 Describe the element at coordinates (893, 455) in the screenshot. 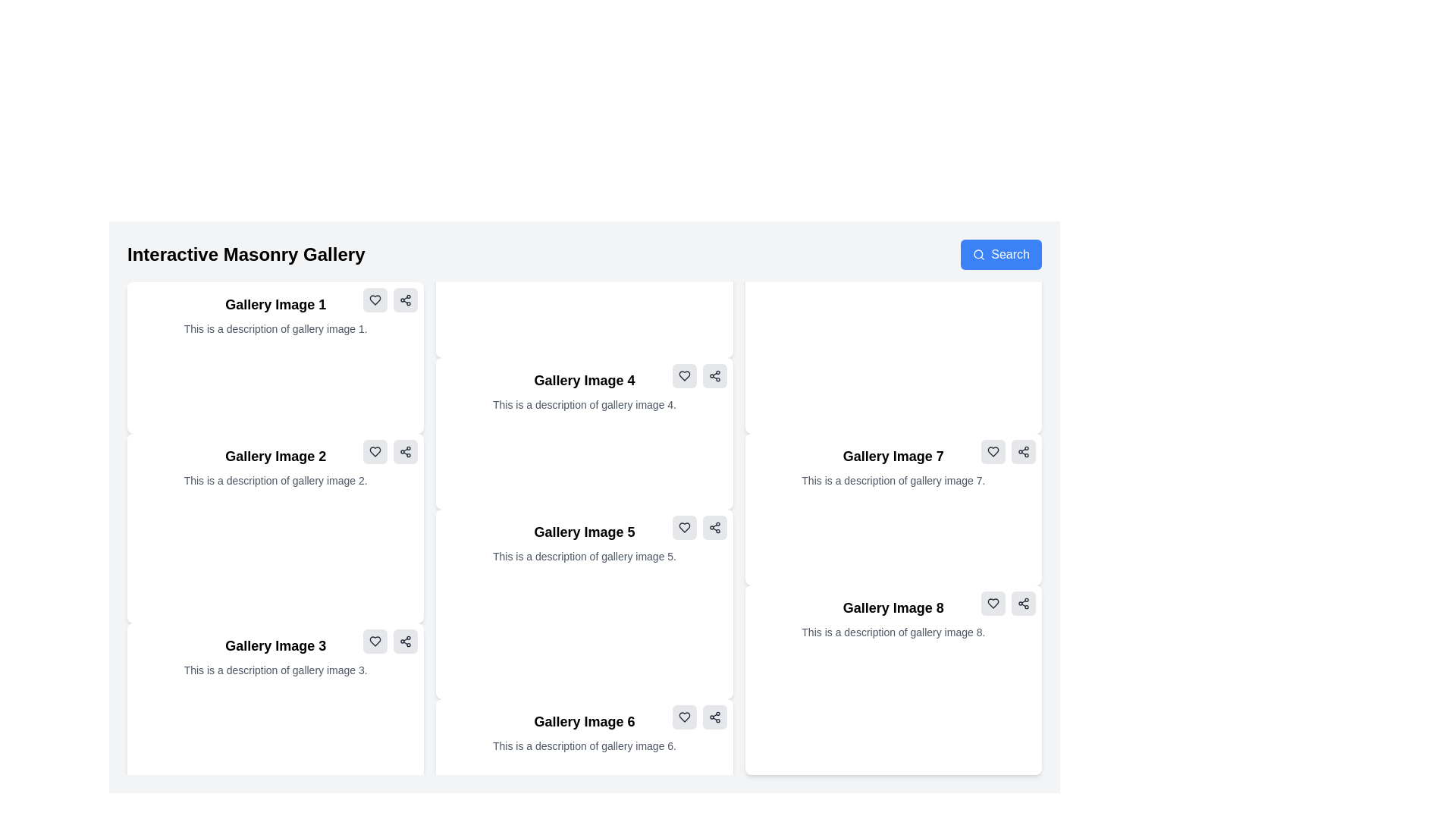

I see `title text label for the gallery image, which is located at the top of the card labeled 'Gallery Image 7' in the grid layout` at that location.